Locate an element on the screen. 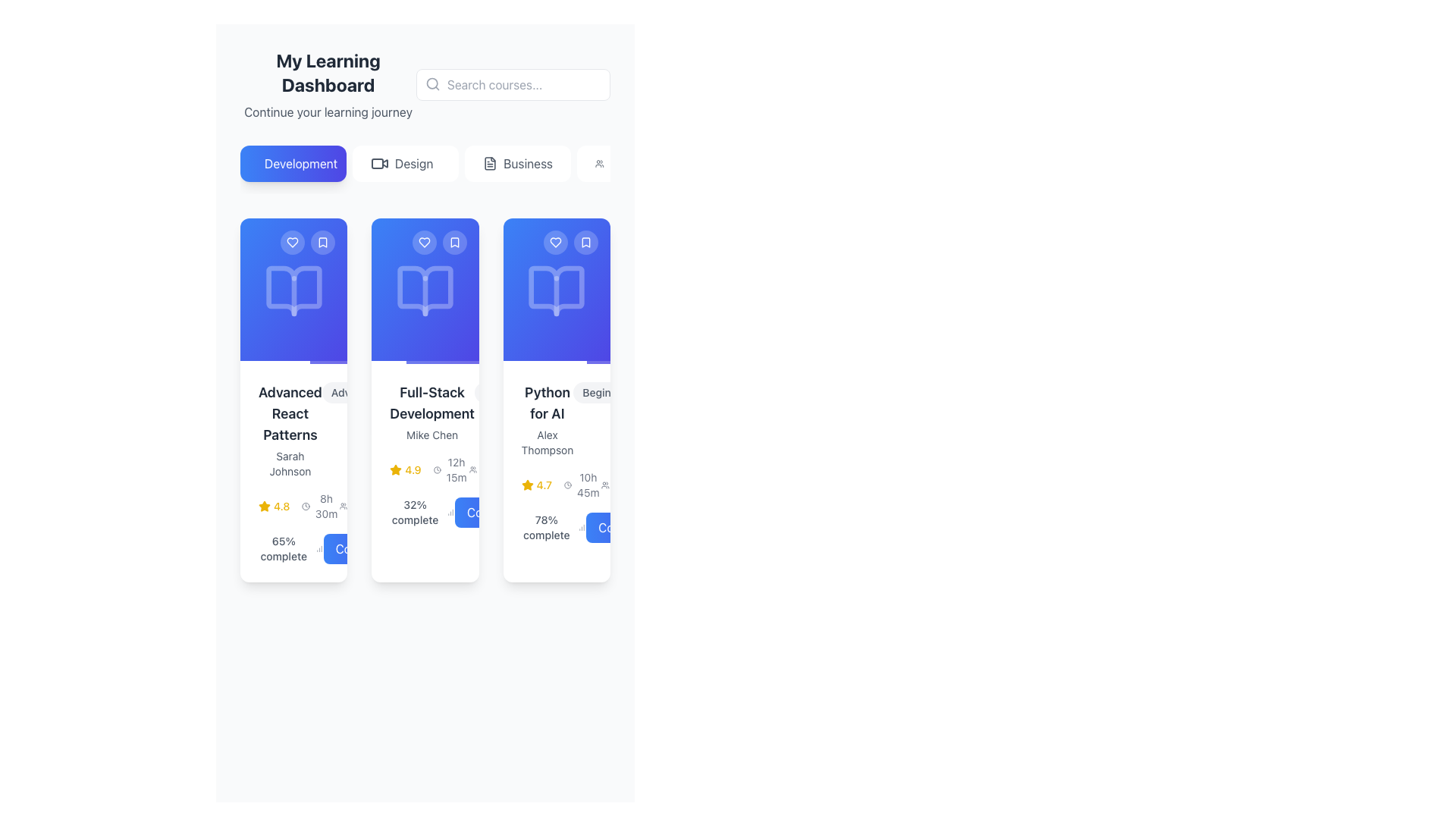  text '32% complete' which is styled in gray color and appears in a smaller font size, located in the details panel for the course 'Full-Stack Development' is located at coordinates (422, 512).